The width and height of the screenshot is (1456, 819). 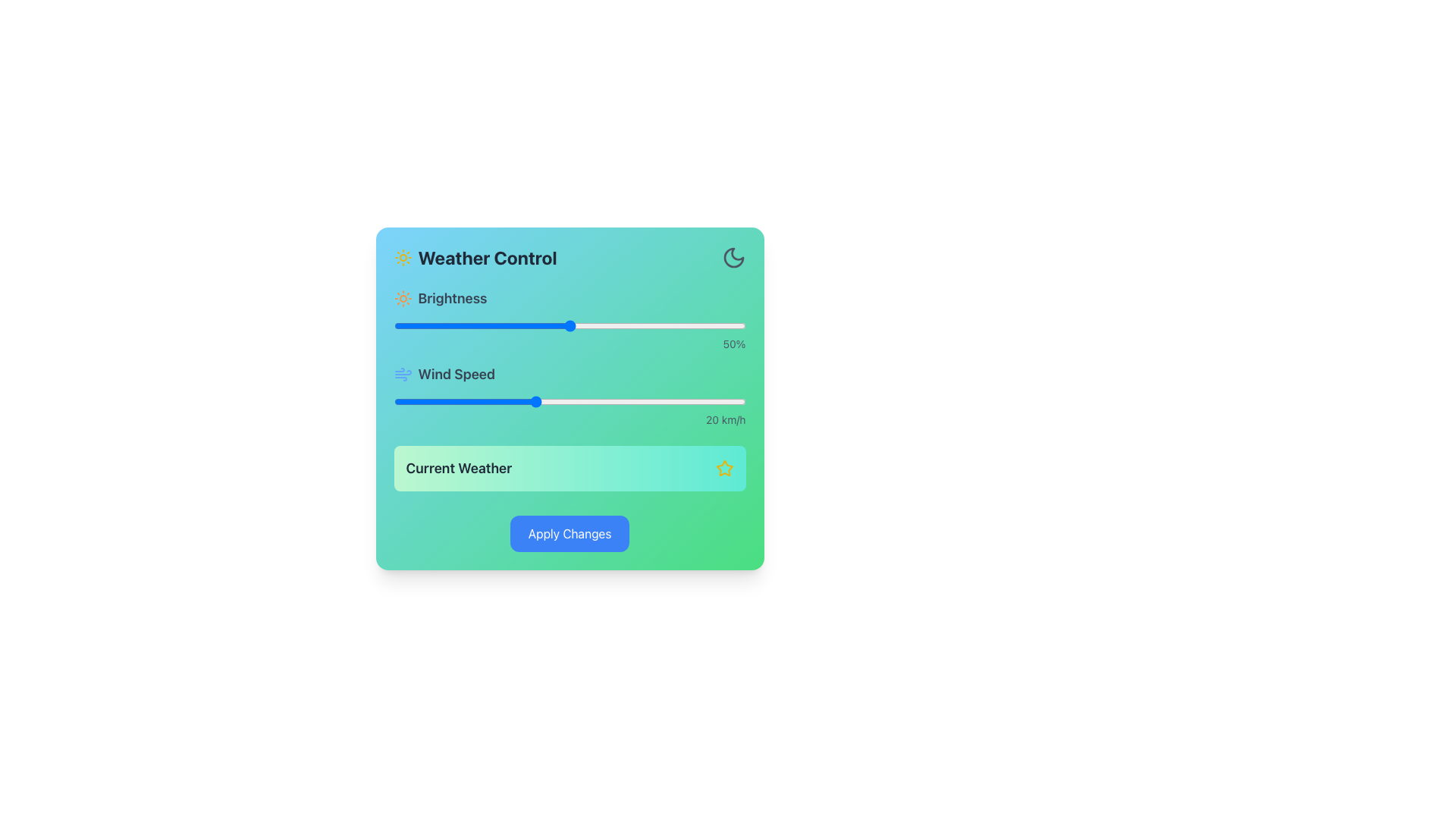 I want to click on brightness level, so click(x=554, y=325).